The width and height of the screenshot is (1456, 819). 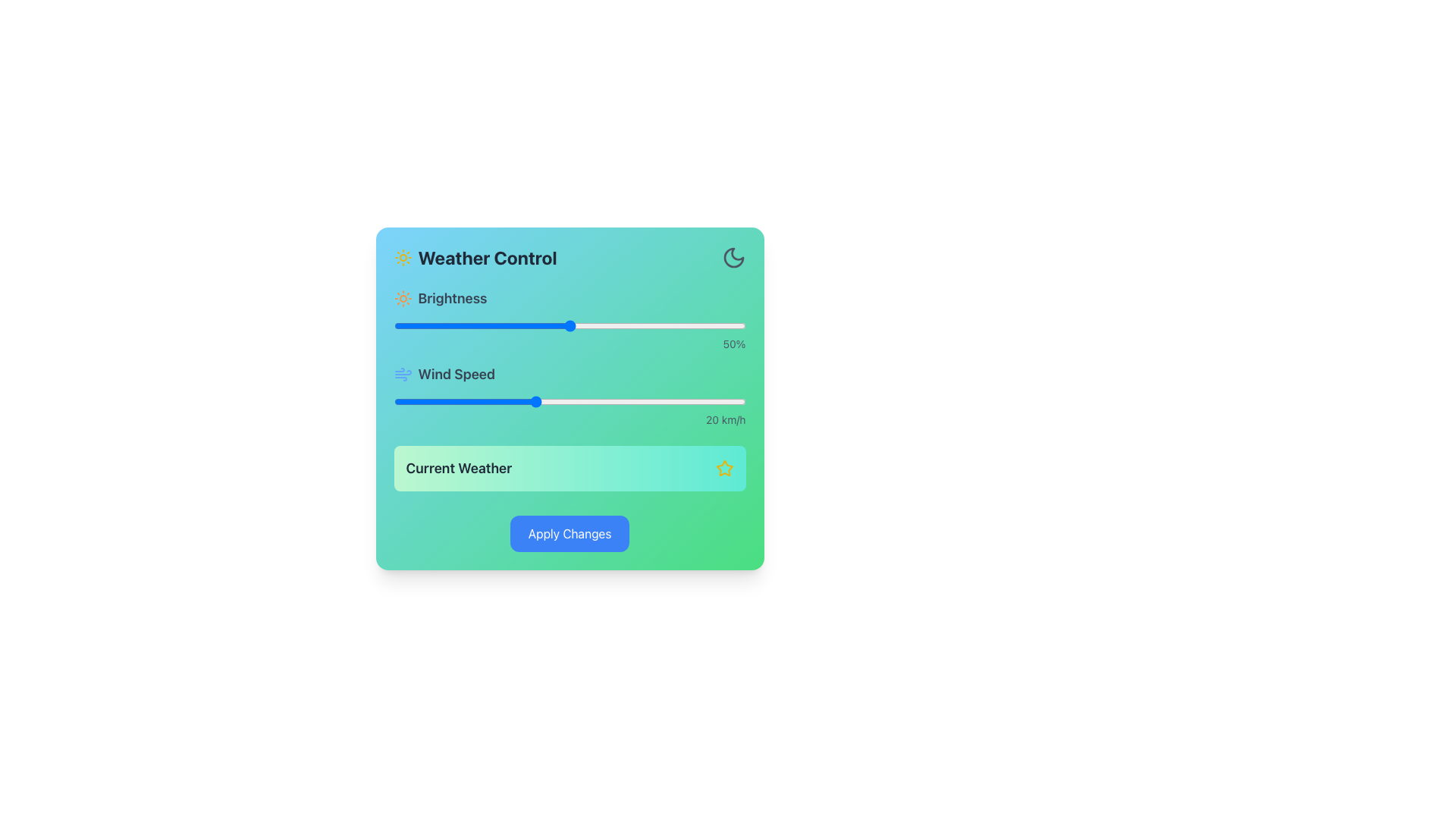 I want to click on brightness level, so click(x=554, y=325).